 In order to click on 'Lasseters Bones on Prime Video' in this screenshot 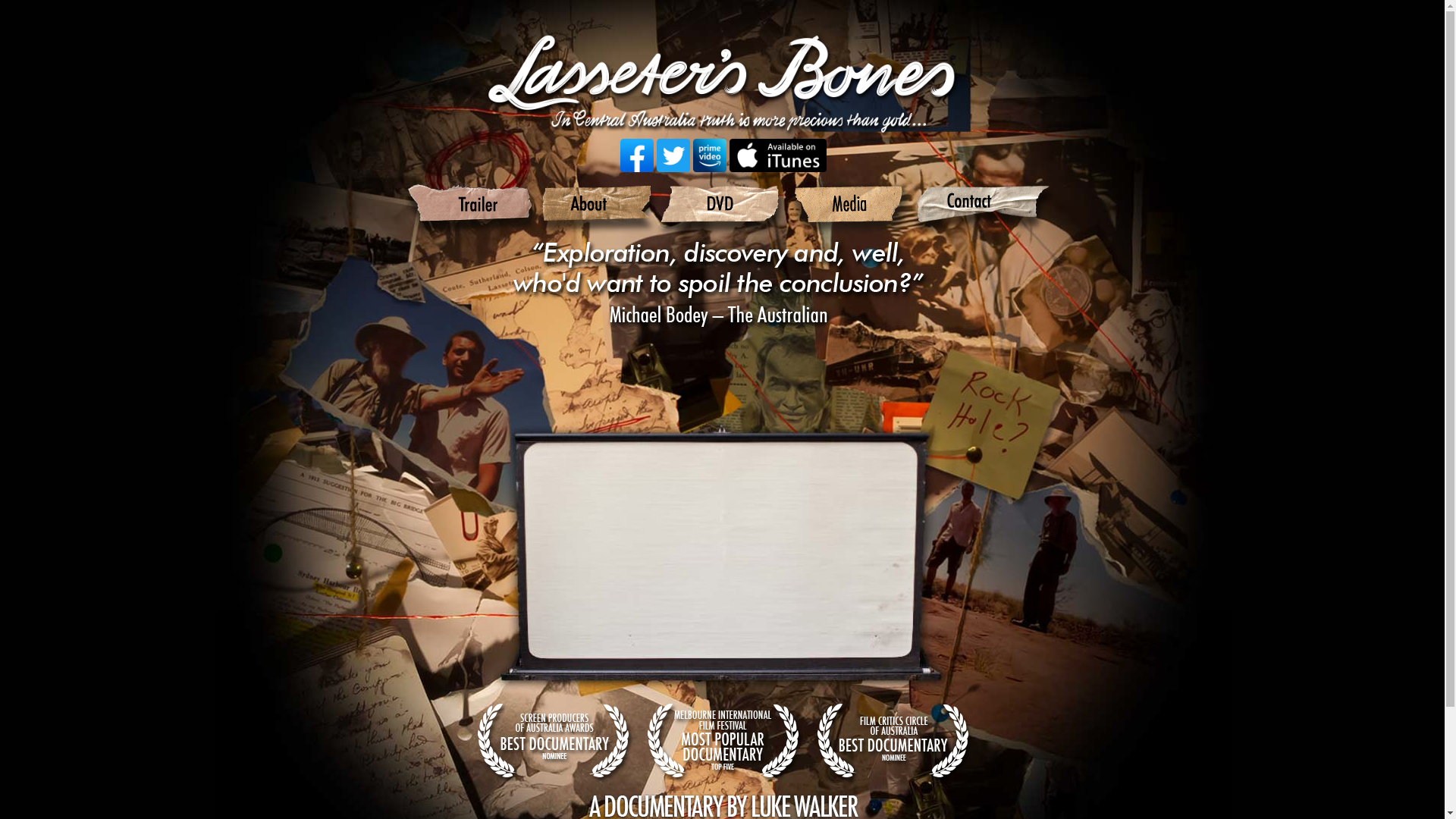, I will do `click(709, 155)`.